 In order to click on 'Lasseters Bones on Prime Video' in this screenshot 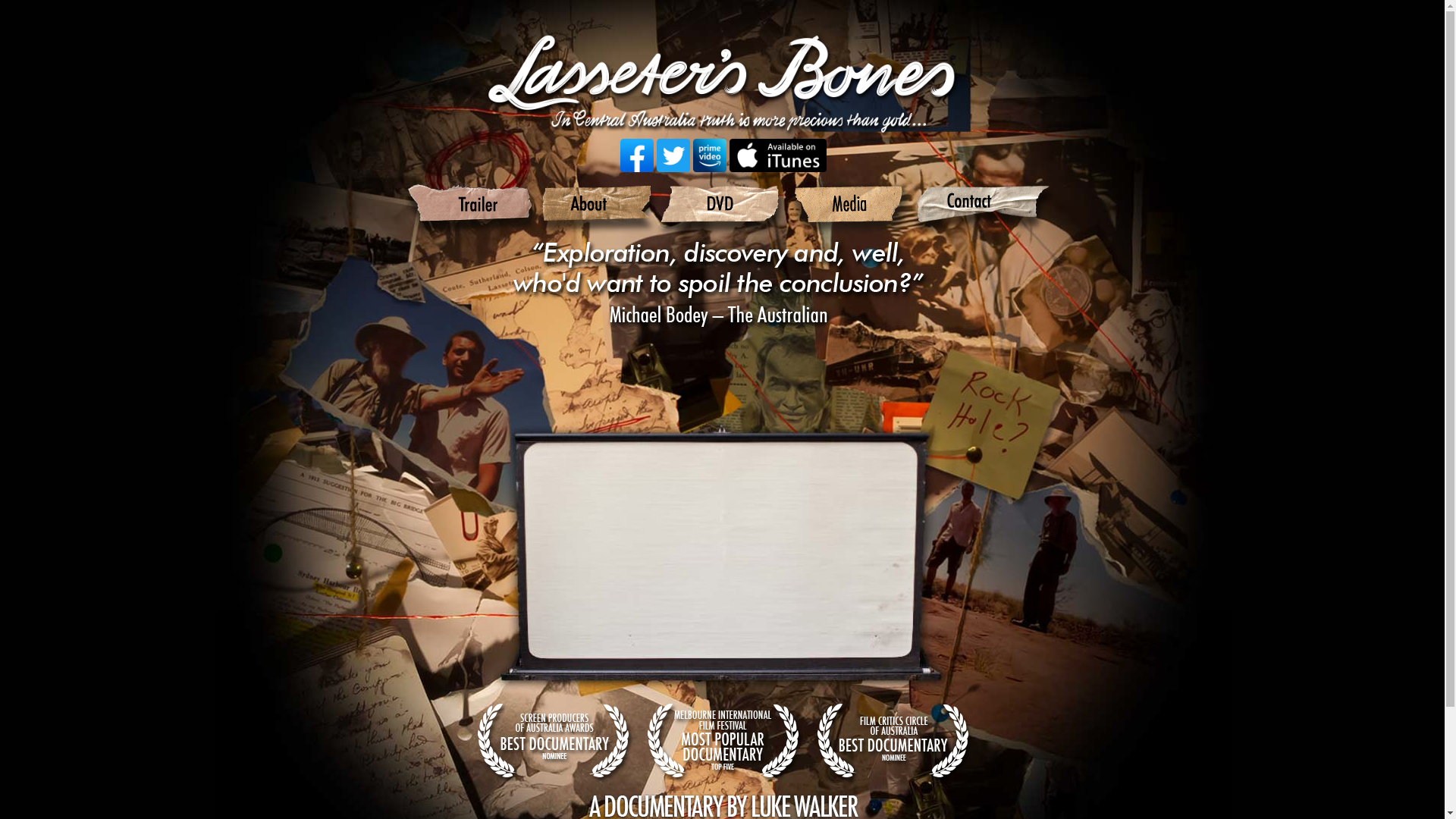, I will do `click(709, 155)`.